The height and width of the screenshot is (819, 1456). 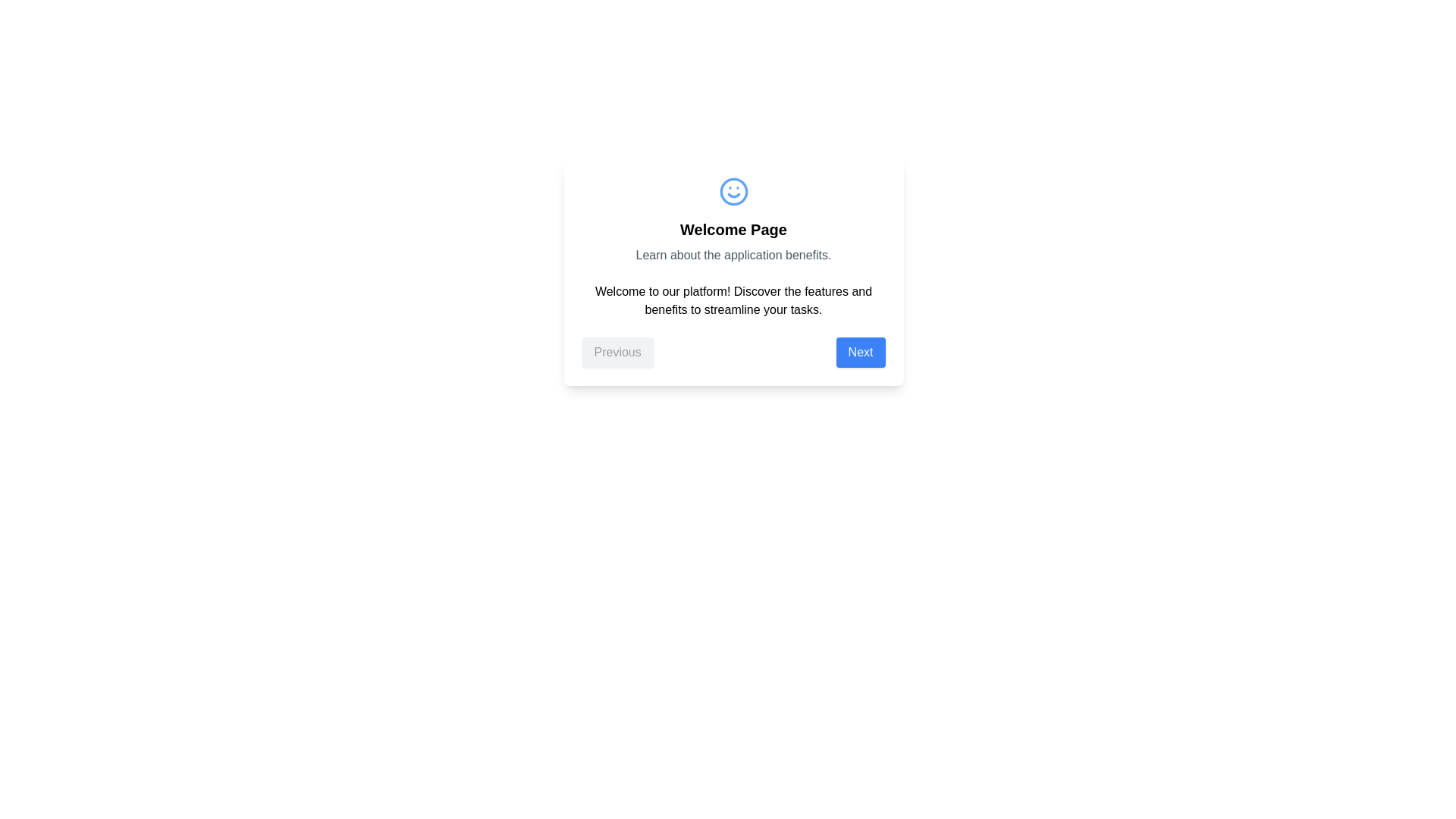 I want to click on 'Next' button to navigate to the next step in the stepper, so click(x=860, y=353).